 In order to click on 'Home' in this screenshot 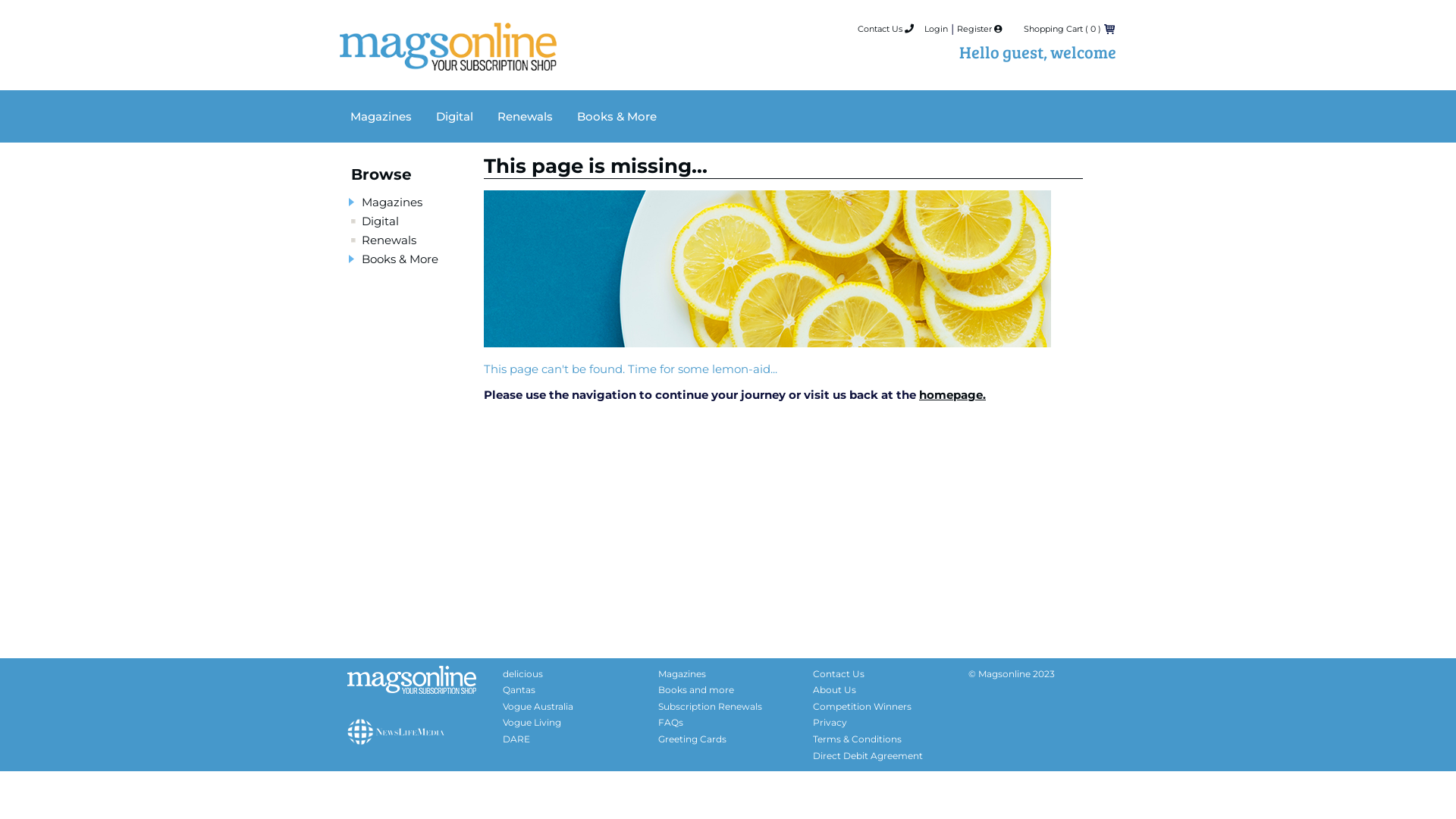, I will do `click(447, 58)`.